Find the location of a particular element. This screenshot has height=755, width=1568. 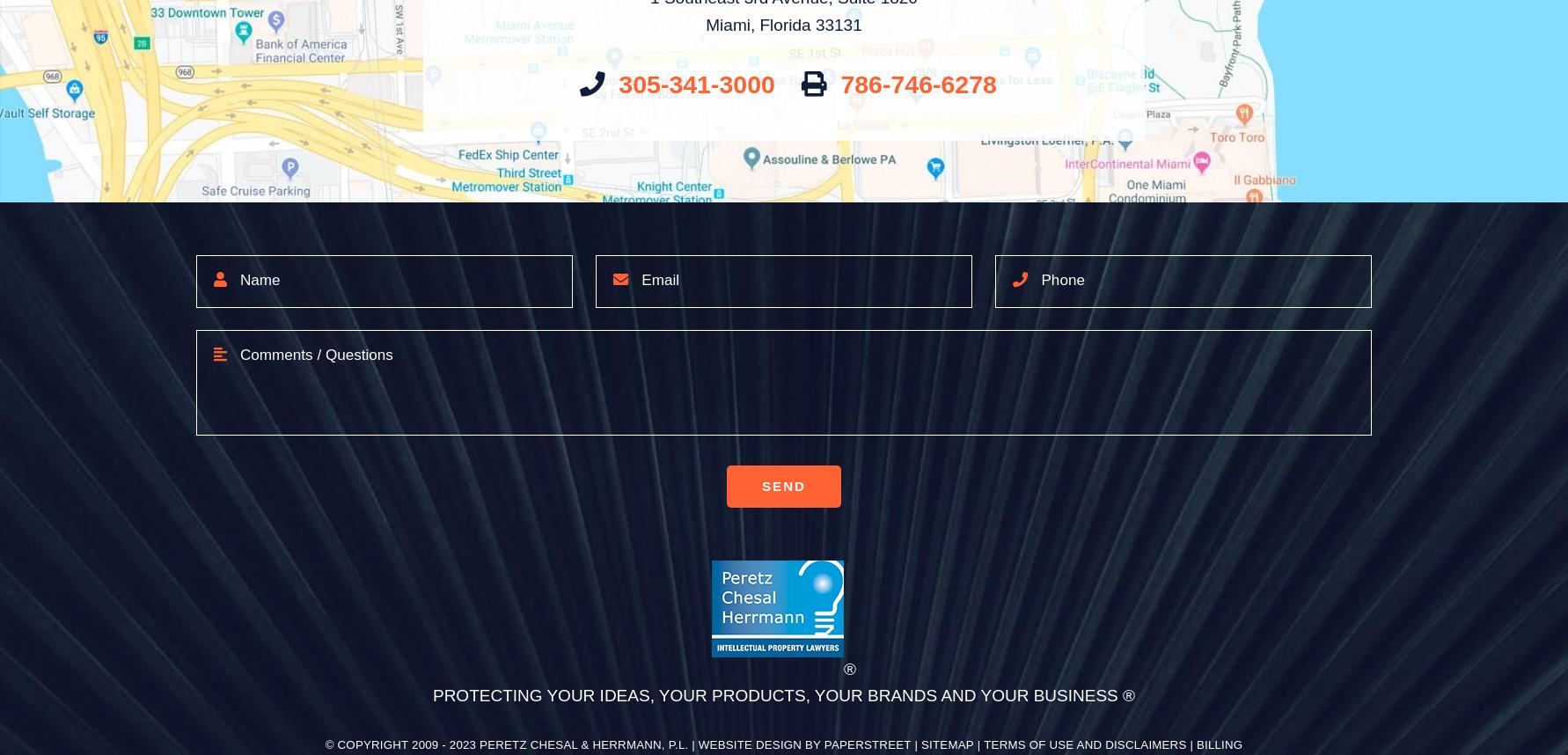

'Email' is located at coordinates (660, 278).